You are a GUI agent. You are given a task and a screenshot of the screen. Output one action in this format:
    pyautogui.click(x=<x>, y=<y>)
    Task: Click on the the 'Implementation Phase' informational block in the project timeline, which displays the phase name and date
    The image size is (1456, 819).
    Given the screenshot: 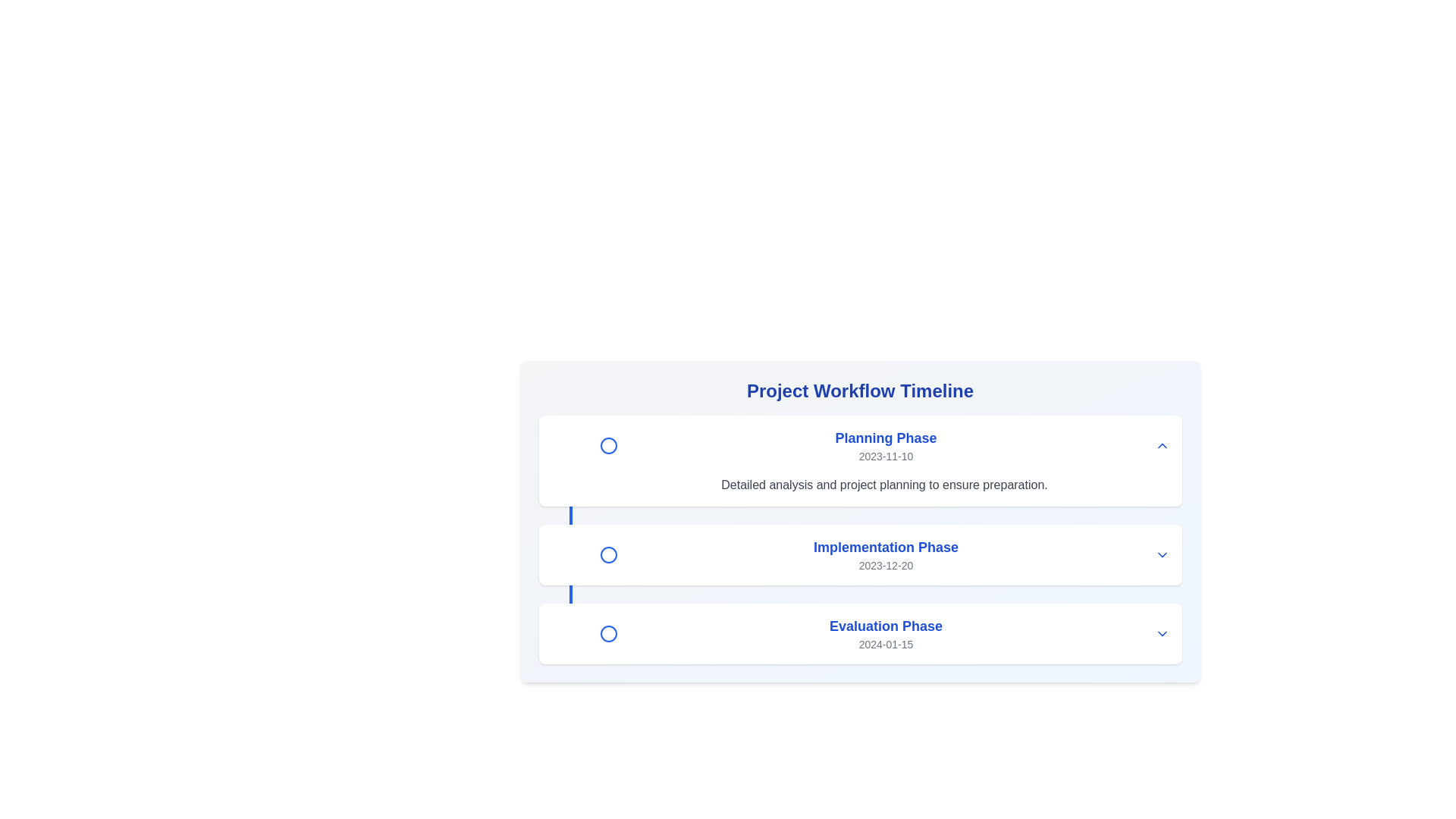 What is the action you would take?
    pyautogui.click(x=886, y=555)
    